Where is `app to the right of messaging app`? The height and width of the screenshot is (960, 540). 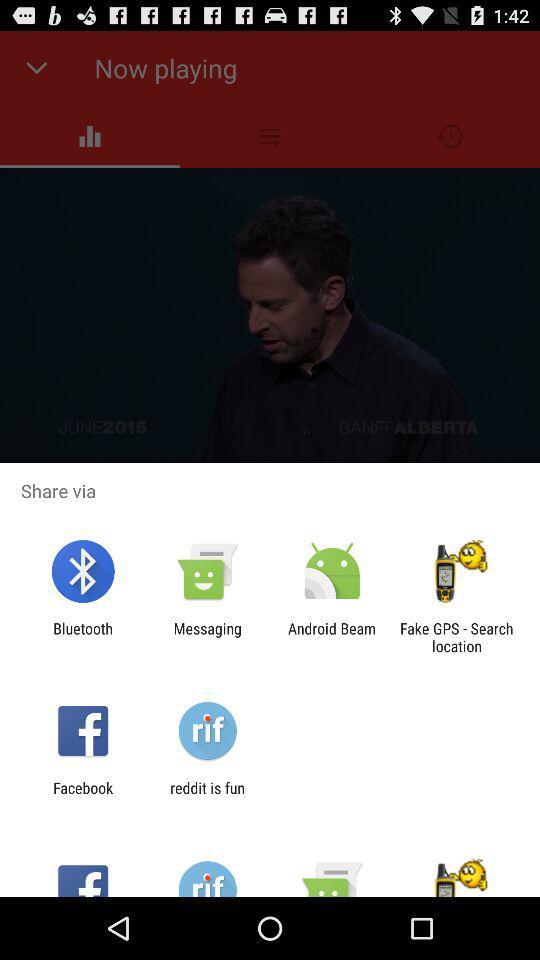
app to the right of messaging app is located at coordinates (332, 636).